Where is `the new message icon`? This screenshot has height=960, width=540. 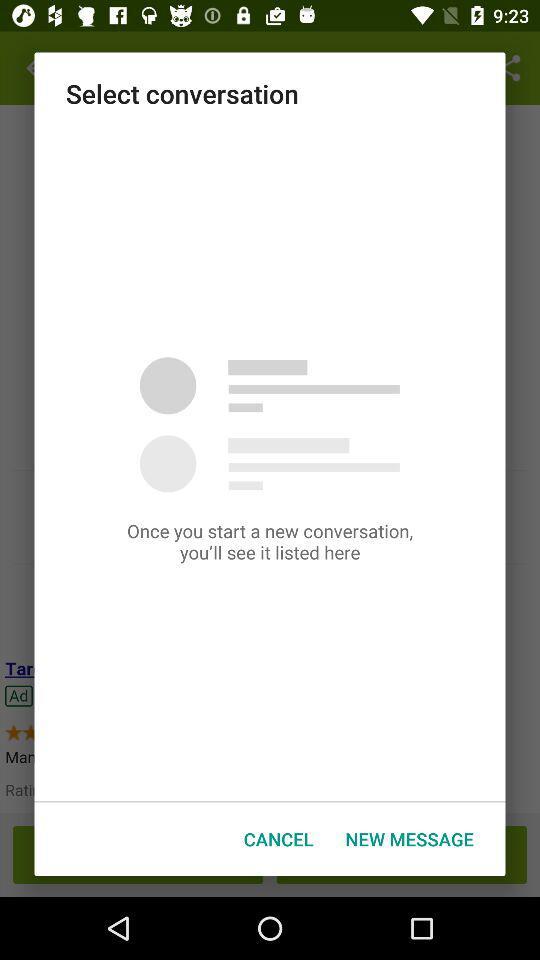
the new message icon is located at coordinates (408, 839).